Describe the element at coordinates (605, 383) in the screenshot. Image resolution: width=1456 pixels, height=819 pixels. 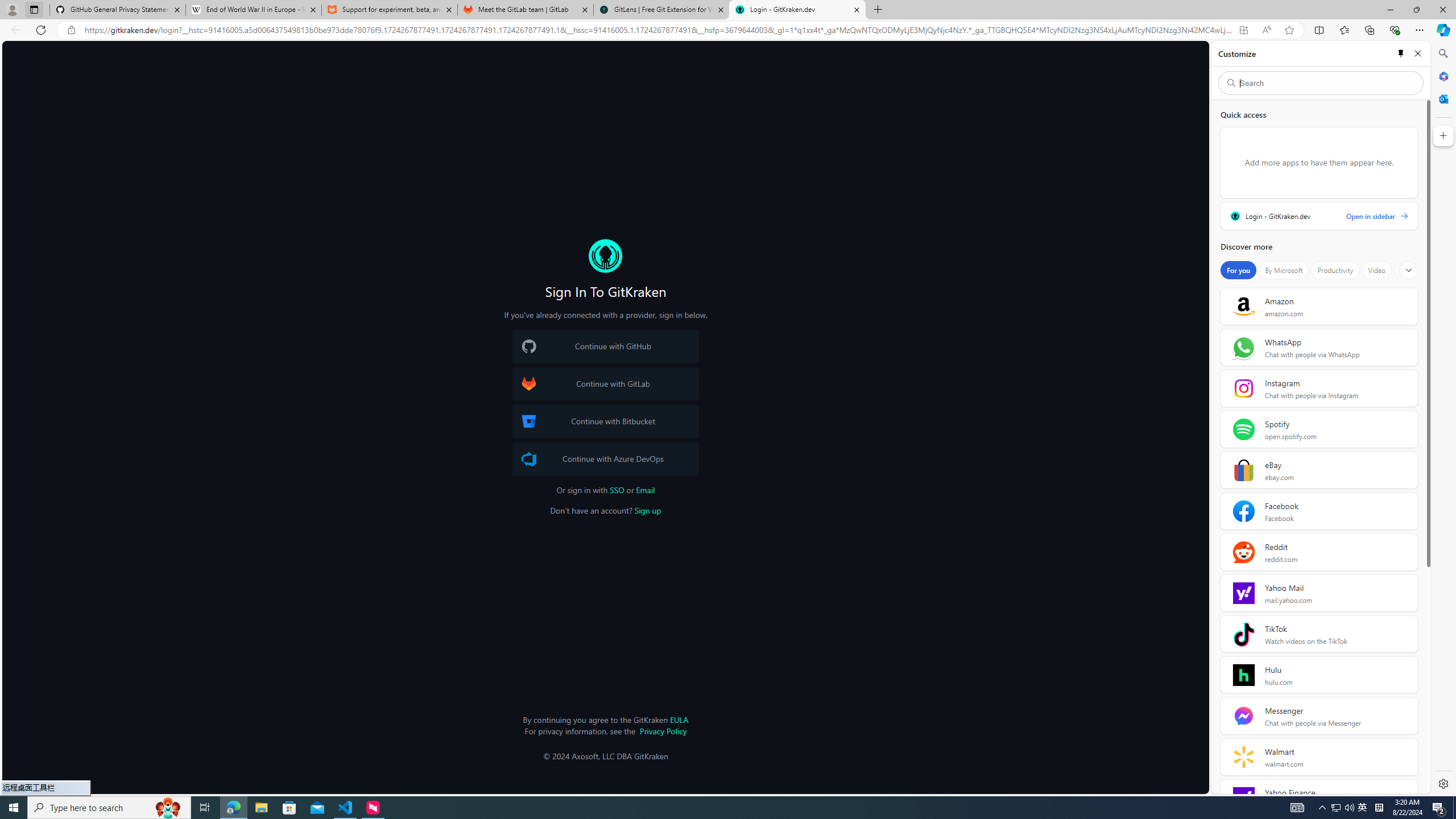
I see `'GitLab Logo Continue with GitLab'` at that location.